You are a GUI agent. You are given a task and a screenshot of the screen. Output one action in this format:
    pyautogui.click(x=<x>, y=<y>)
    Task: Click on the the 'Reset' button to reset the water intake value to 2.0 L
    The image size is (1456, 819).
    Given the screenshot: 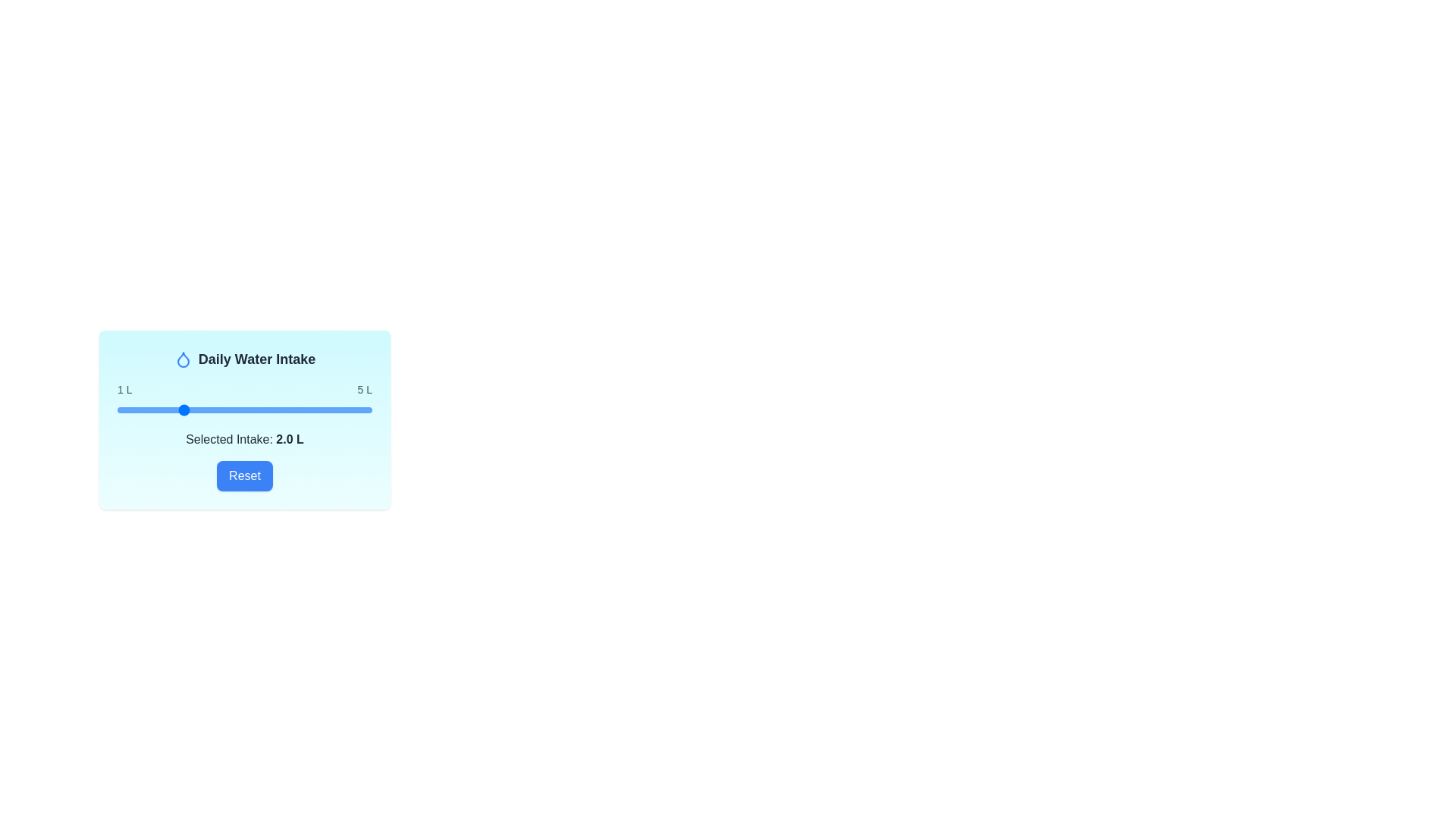 What is the action you would take?
    pyautogui.click(x=244, y=475)
    